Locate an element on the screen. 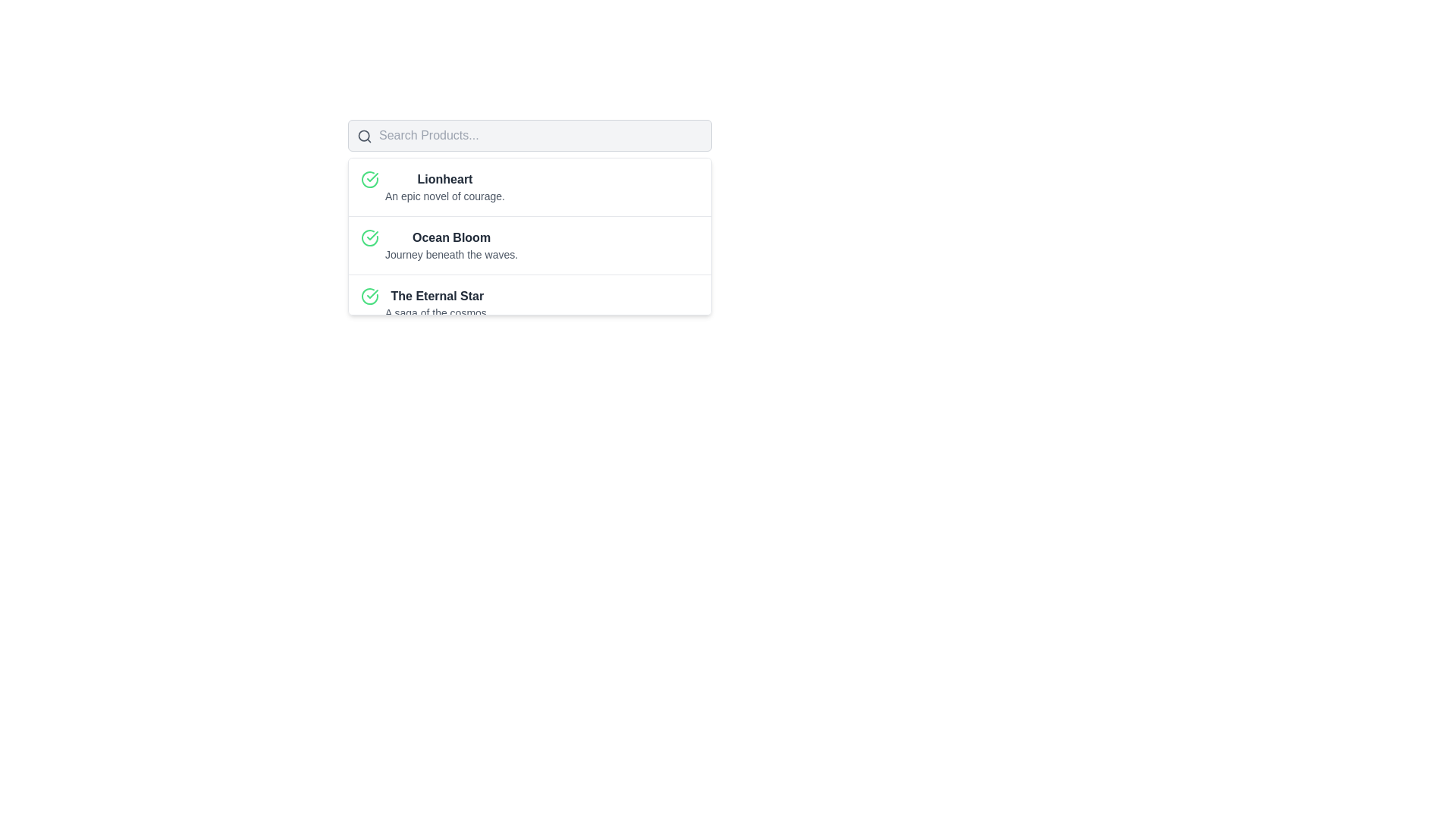 Image resolution: width=1456 pixels, height=819 pixels. the text label styled in small gray font reading 'A saga of the cosmos.' positioned below the title 'The Eternal Star' in the third item of a vertical list is located at coordinates (436, 312).